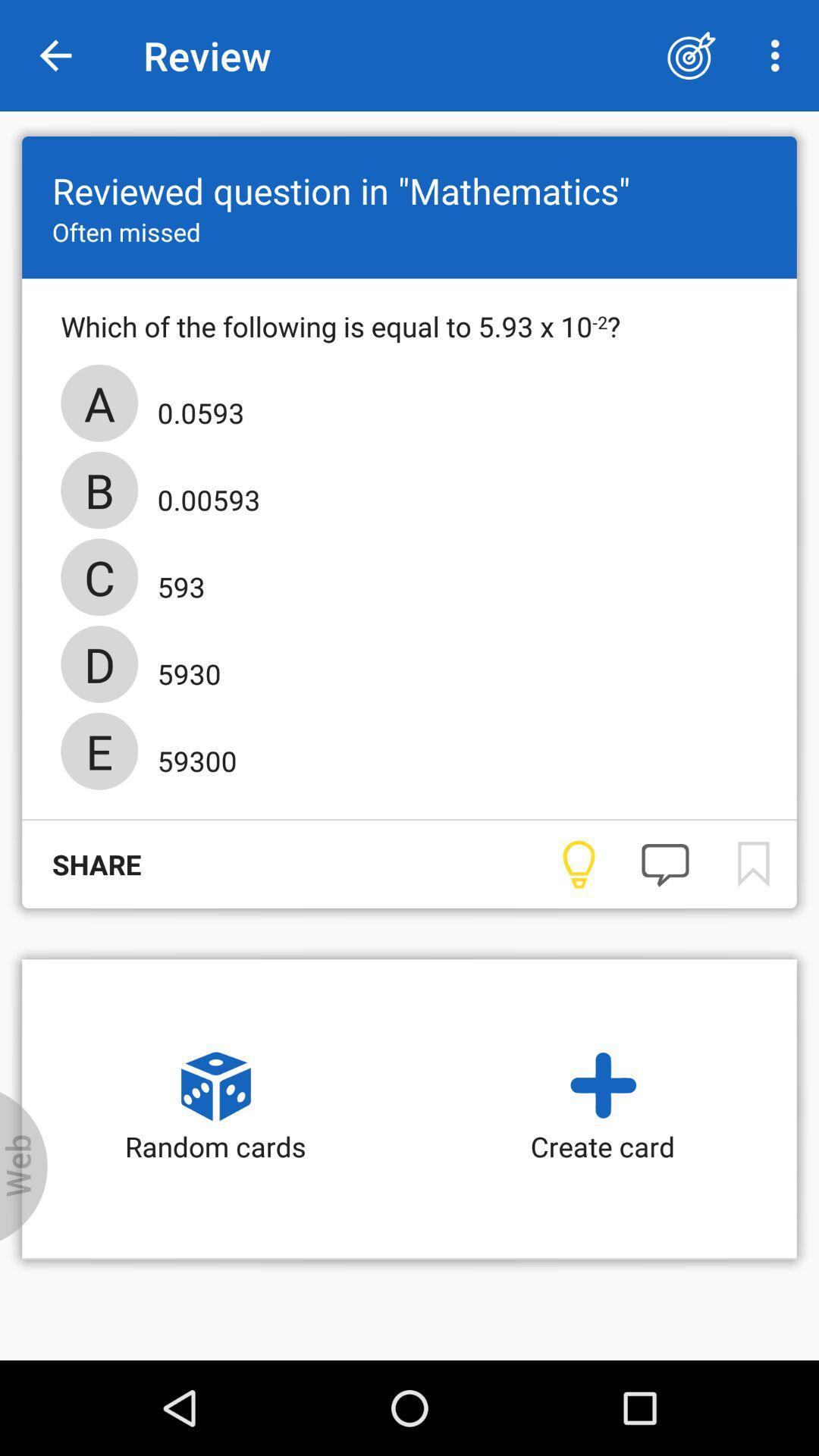 Image resolution: width=819 pixels, height=1456 pixels. I want to click on comment, so click(664, 864).